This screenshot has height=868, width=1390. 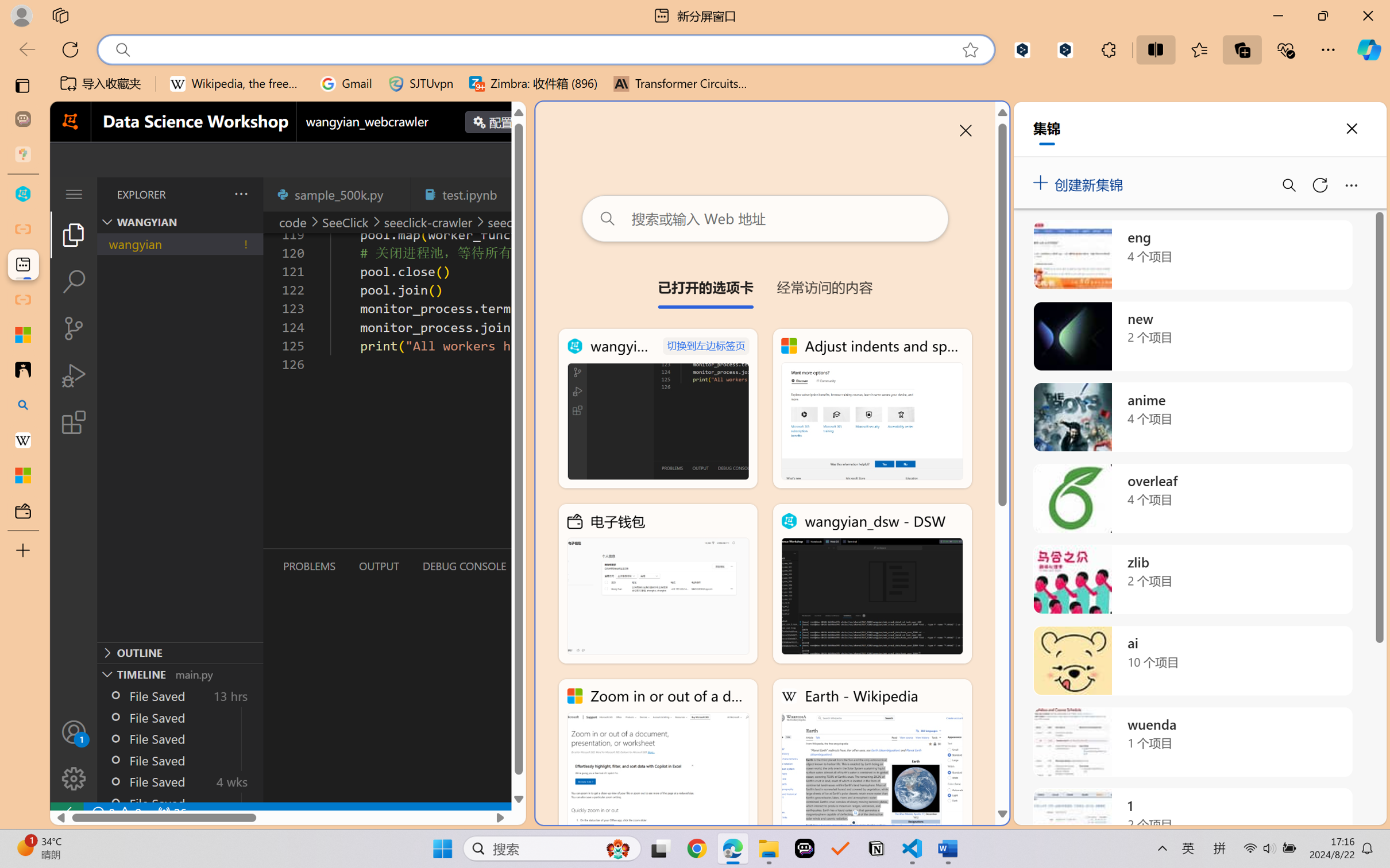 What do you see at coordinates (65, 812) in the screenshot?
I see `'remote'` at bounding box center [65, 812].